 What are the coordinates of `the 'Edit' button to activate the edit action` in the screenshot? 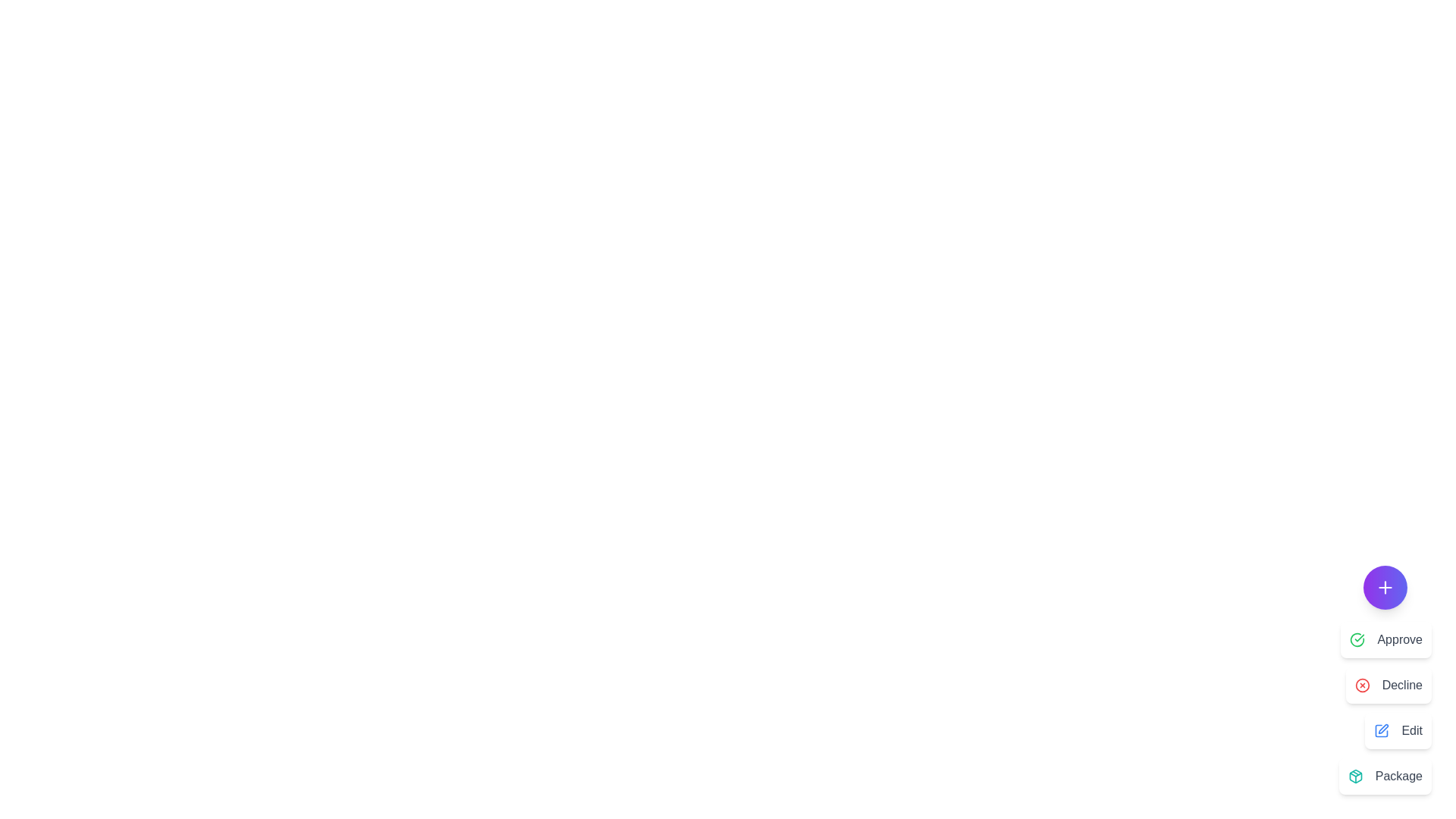 It's located at (1397, 730).